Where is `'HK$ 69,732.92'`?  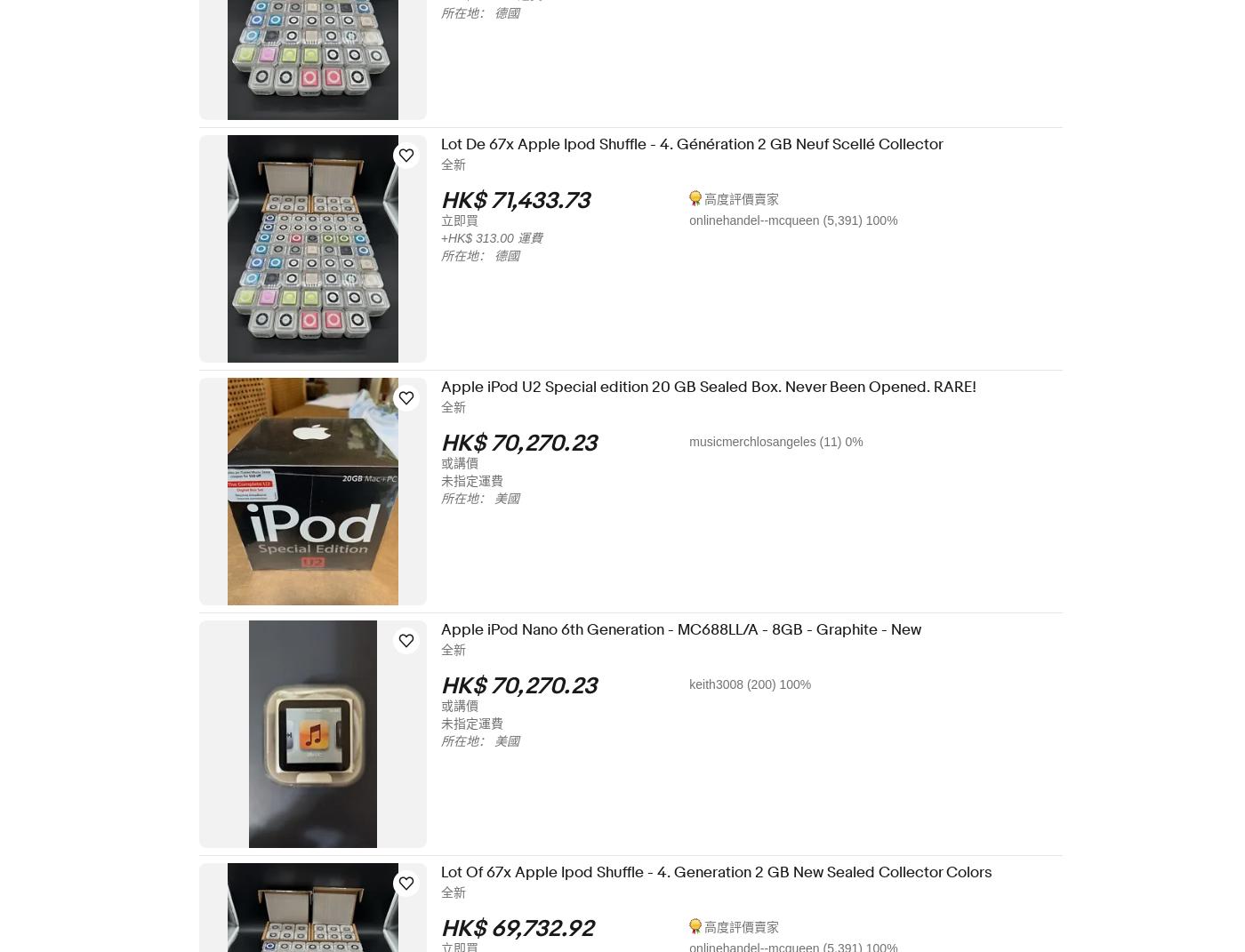
'HK$ 69,732.92' is located at coordinates (528, 929).